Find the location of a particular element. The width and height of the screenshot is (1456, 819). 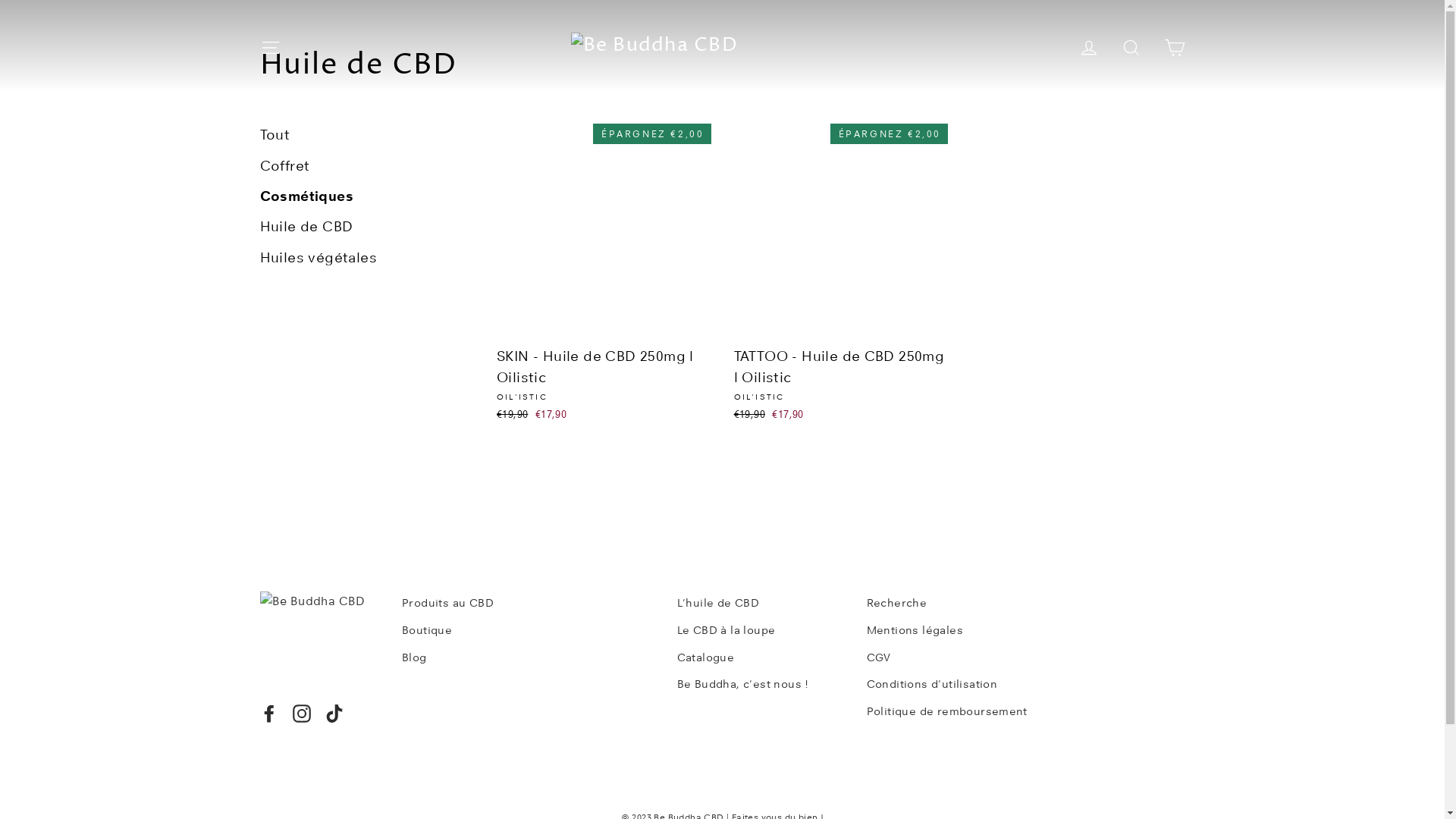

'Se connecter' is located at coordinates (1087, 45).